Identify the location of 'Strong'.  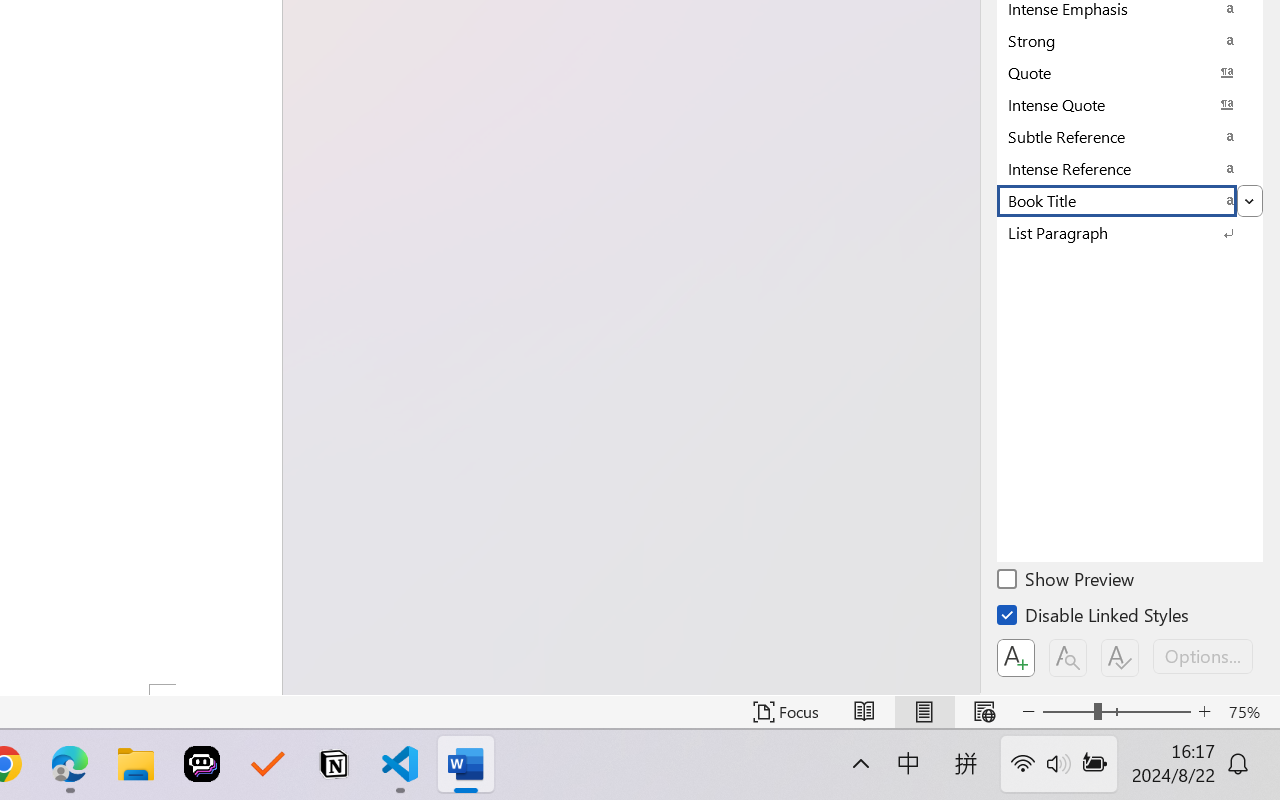
(1130, 39).